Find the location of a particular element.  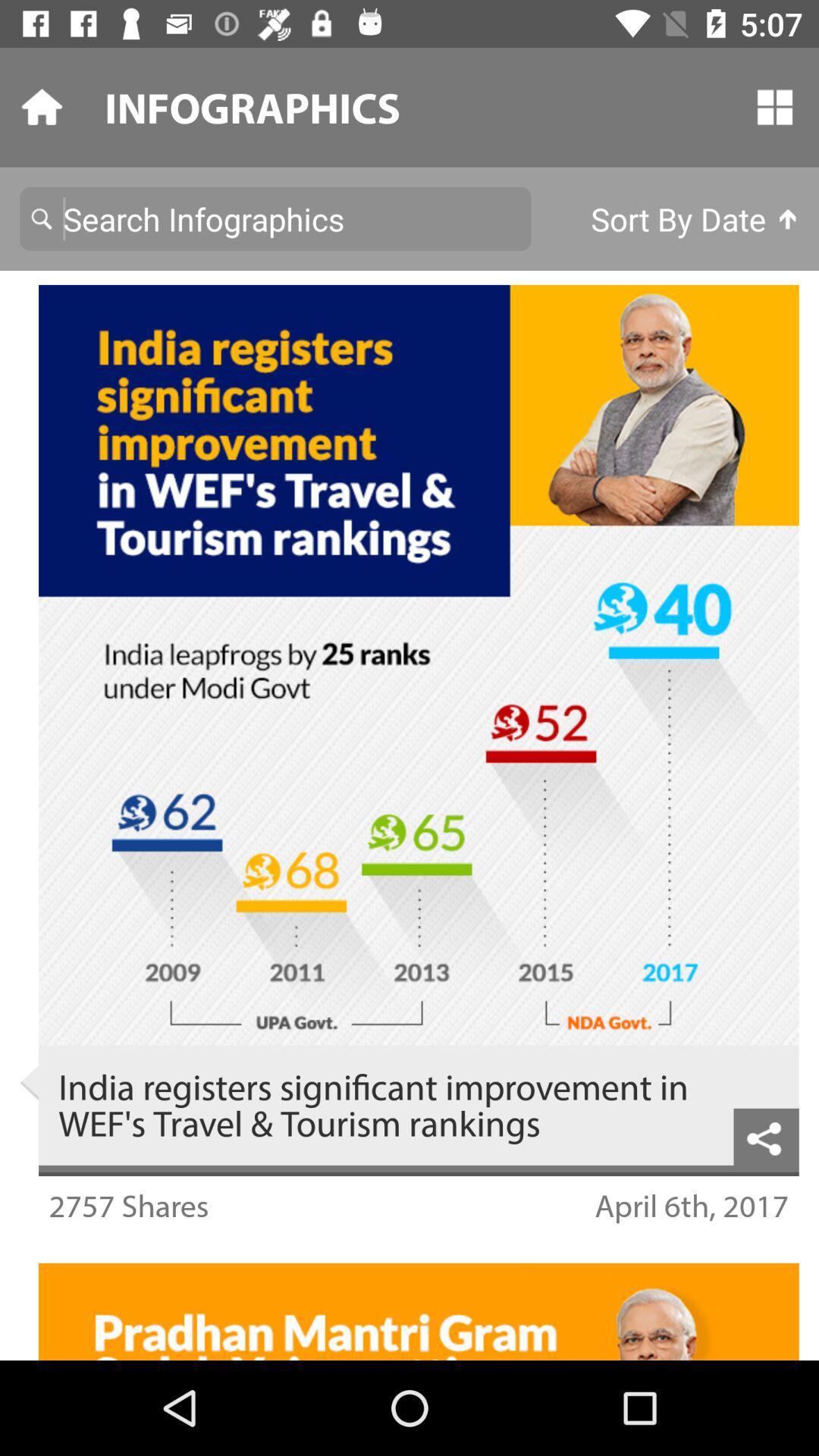

search bar is located at coordinates (275, 218).